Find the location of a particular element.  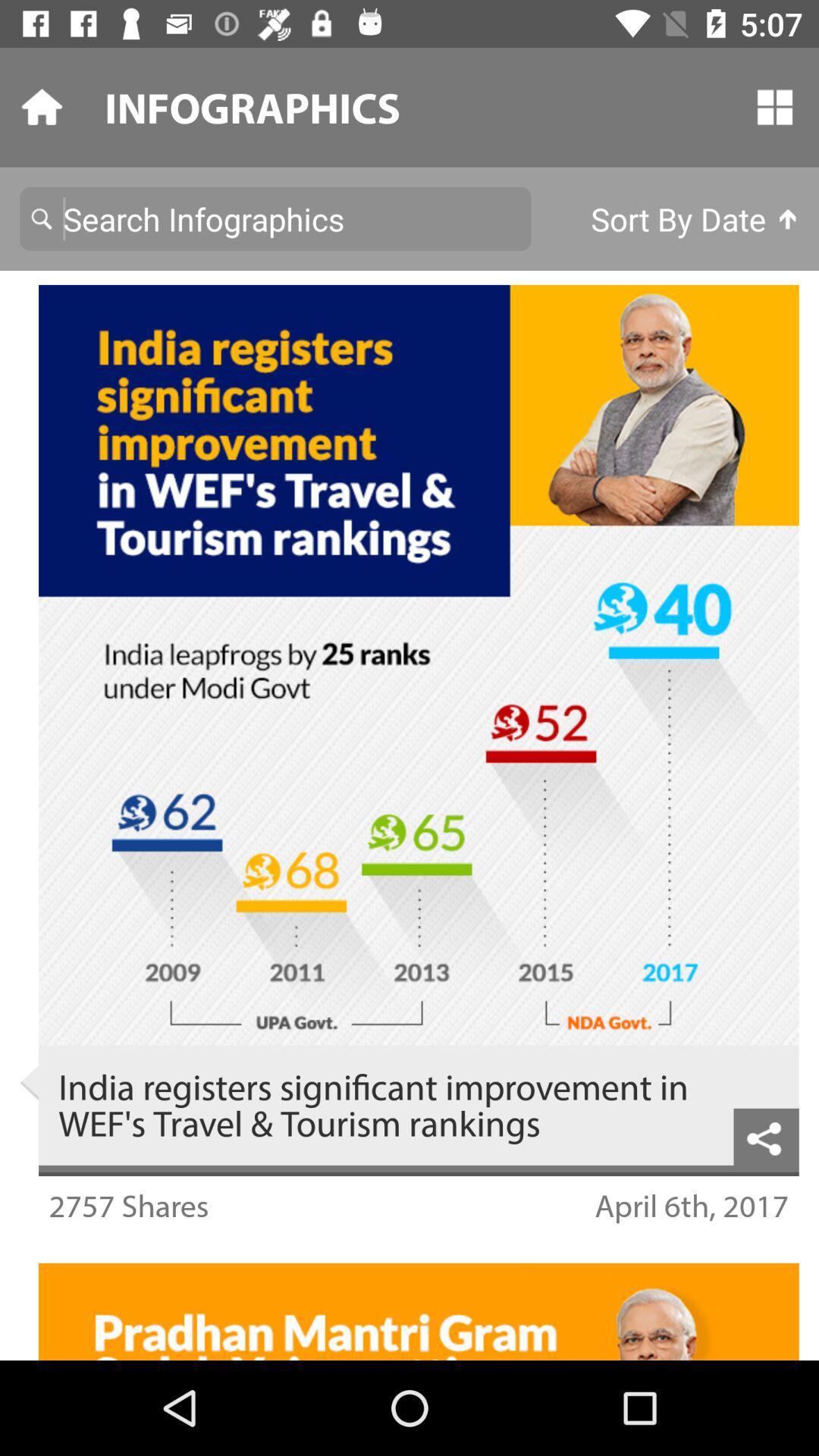

search bar is located at coordinates (275, 218).